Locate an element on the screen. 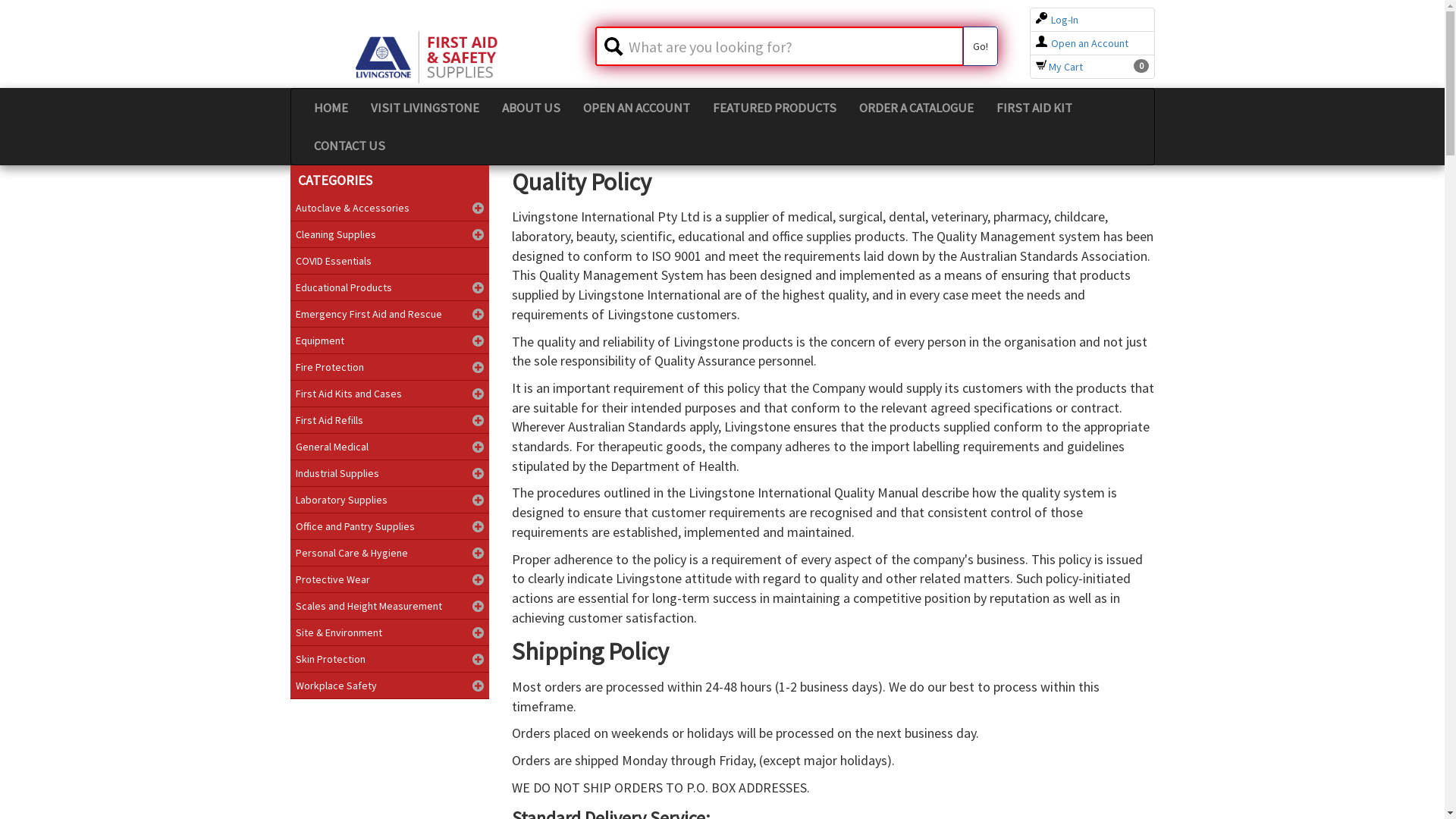 The height and width of the screenshot is (819, 1456). 'First Aid Refills' is located at coordinates (389, 420).